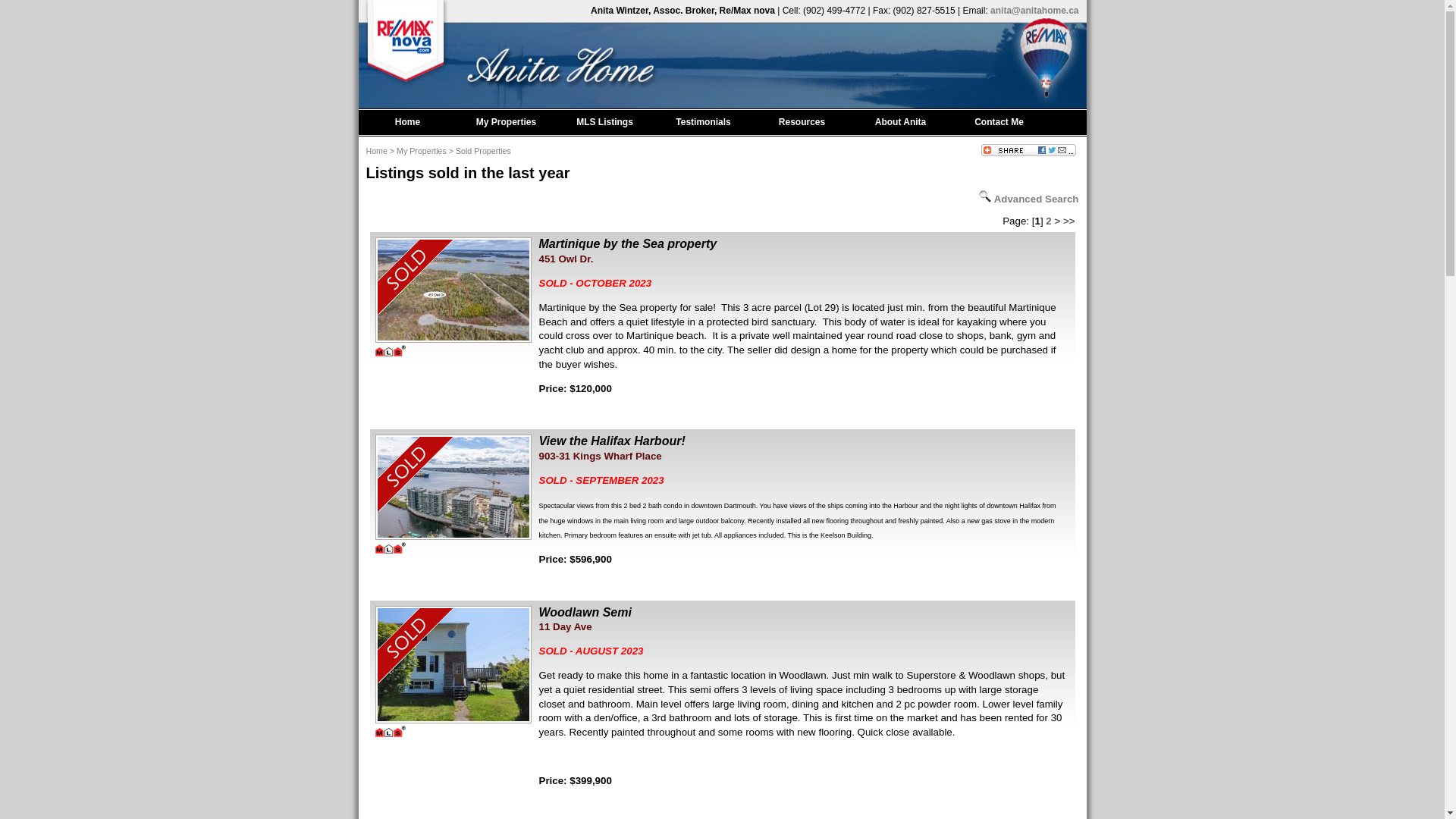 The width and height of the screenshot is (1456, 819). Describe the element at coordinates (554, 121) in the screenshot. I see `'MLS Listings'` at that location.